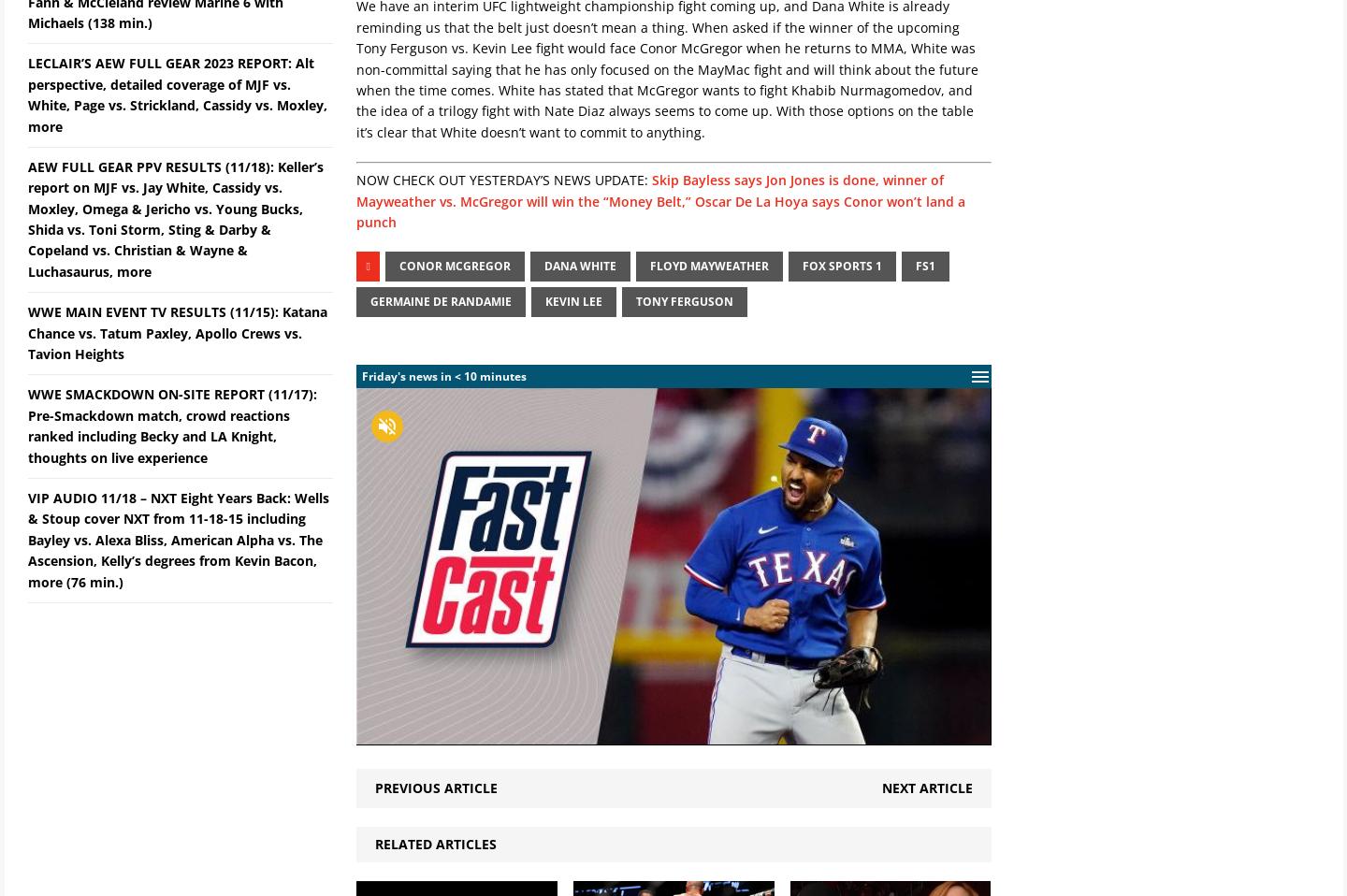 The image size is (1347, 896). What do you see at coordinates (881, 786) in the screenshot?
I see `'Next article'` at bounding box center [881, 786].